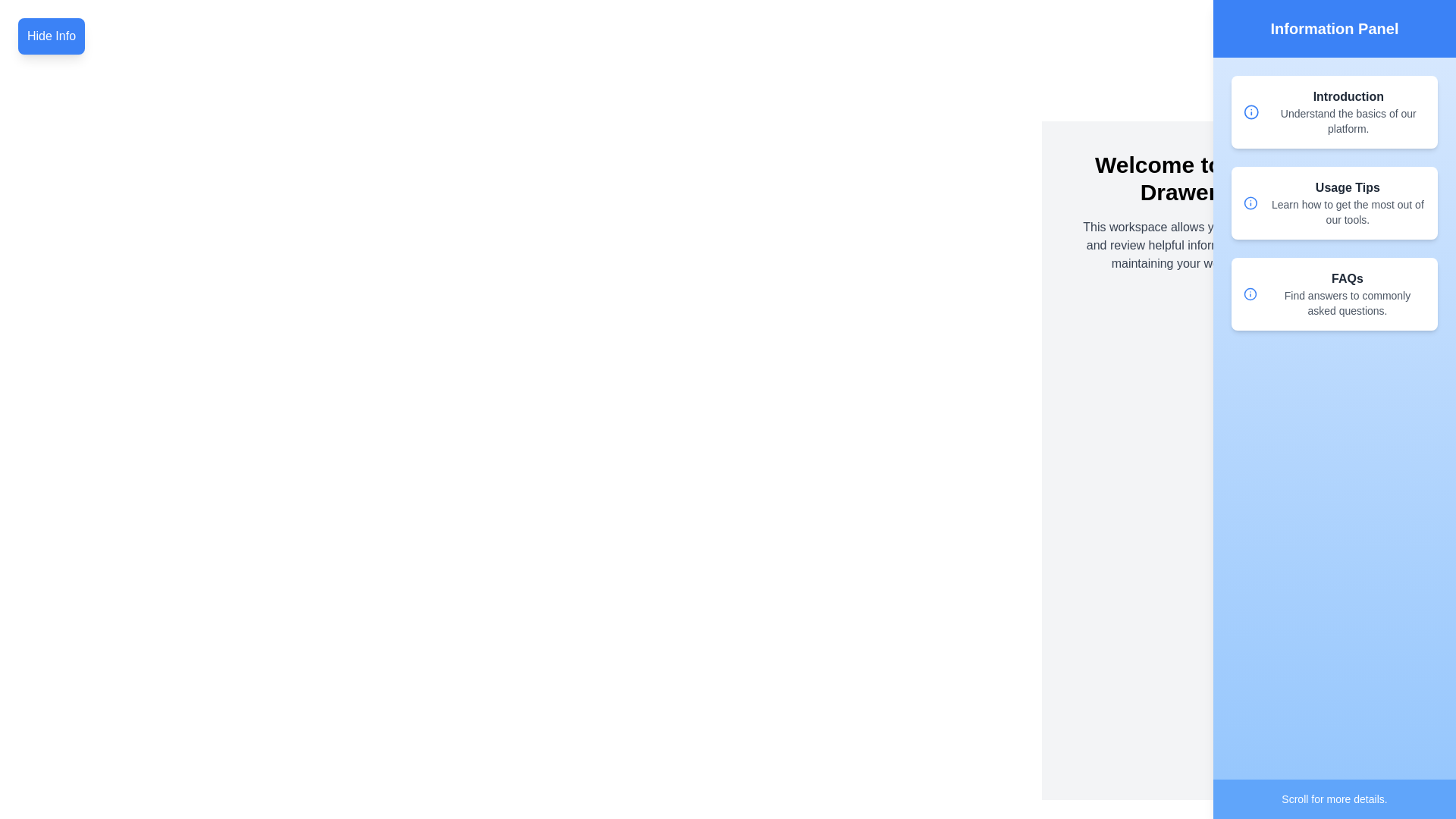 This screenshot has width=1456, height=819. Describe the element at coordinates (1250, 294) in the screenshot. I see `the visual design of the 'FAQs' icon located in the third row of the information panel, aligned to the left of the text content` at that location.